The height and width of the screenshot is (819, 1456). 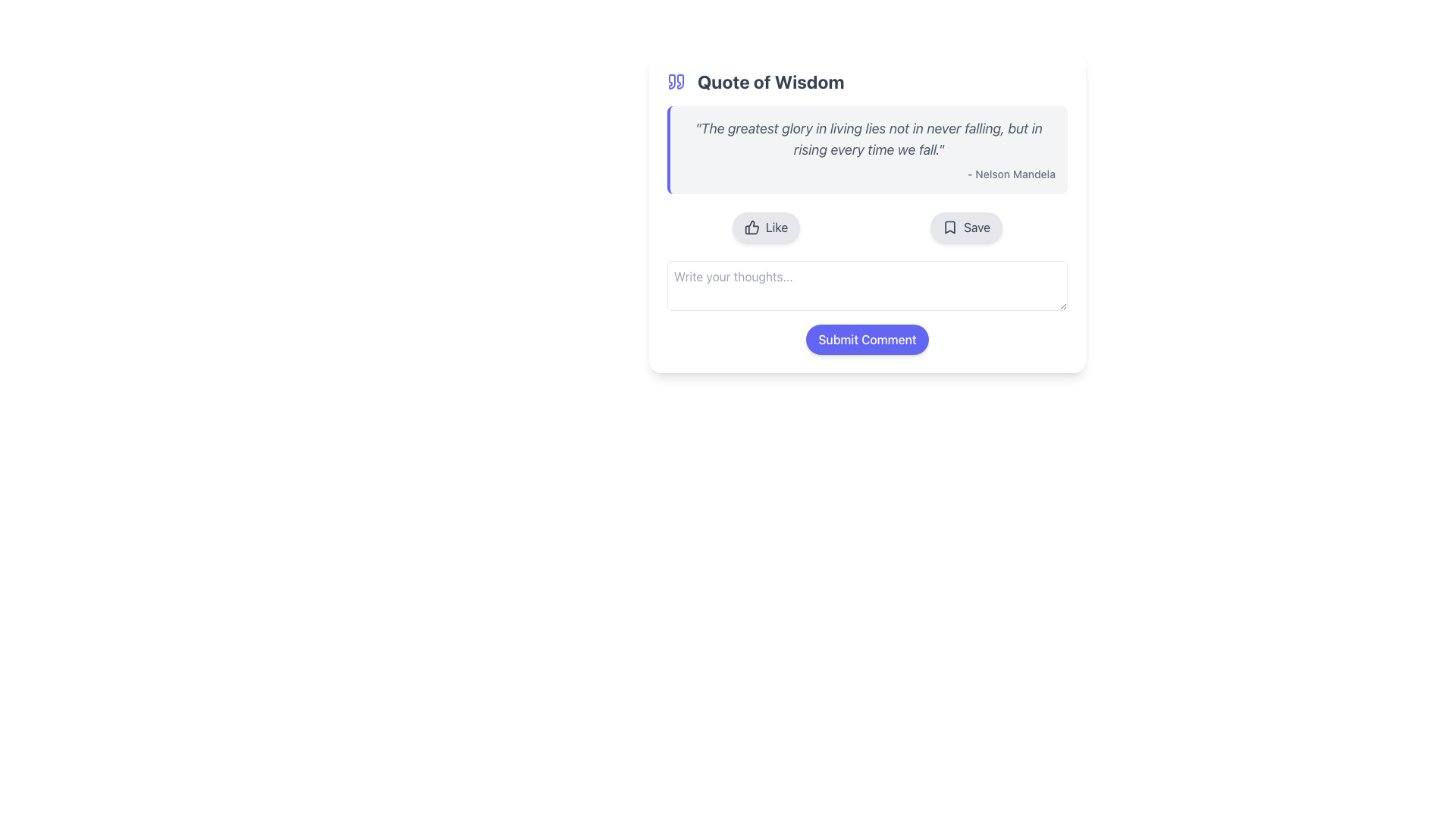 What do you see at coordinates (752, 227) in the screenshot?
I see `thumbs-up icon located within the 'Like' button in the comment section, which is styled as a simplified outline and has no fill color` at bounding box center [752, 227].